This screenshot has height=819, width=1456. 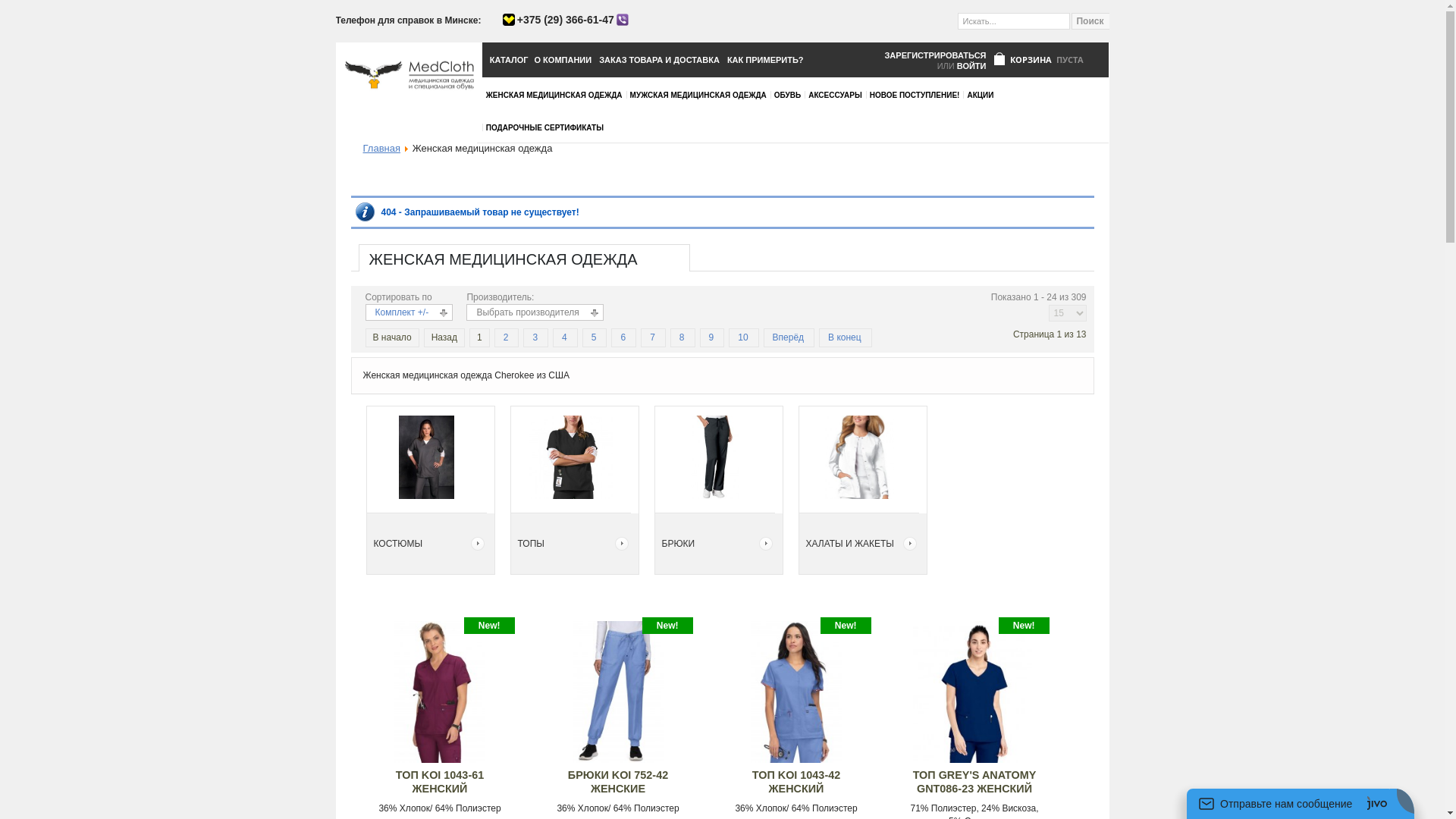 What do you see at coordinates (711, 336) in the screenshot?
I see `'9'` at bounding box center [711, 336].